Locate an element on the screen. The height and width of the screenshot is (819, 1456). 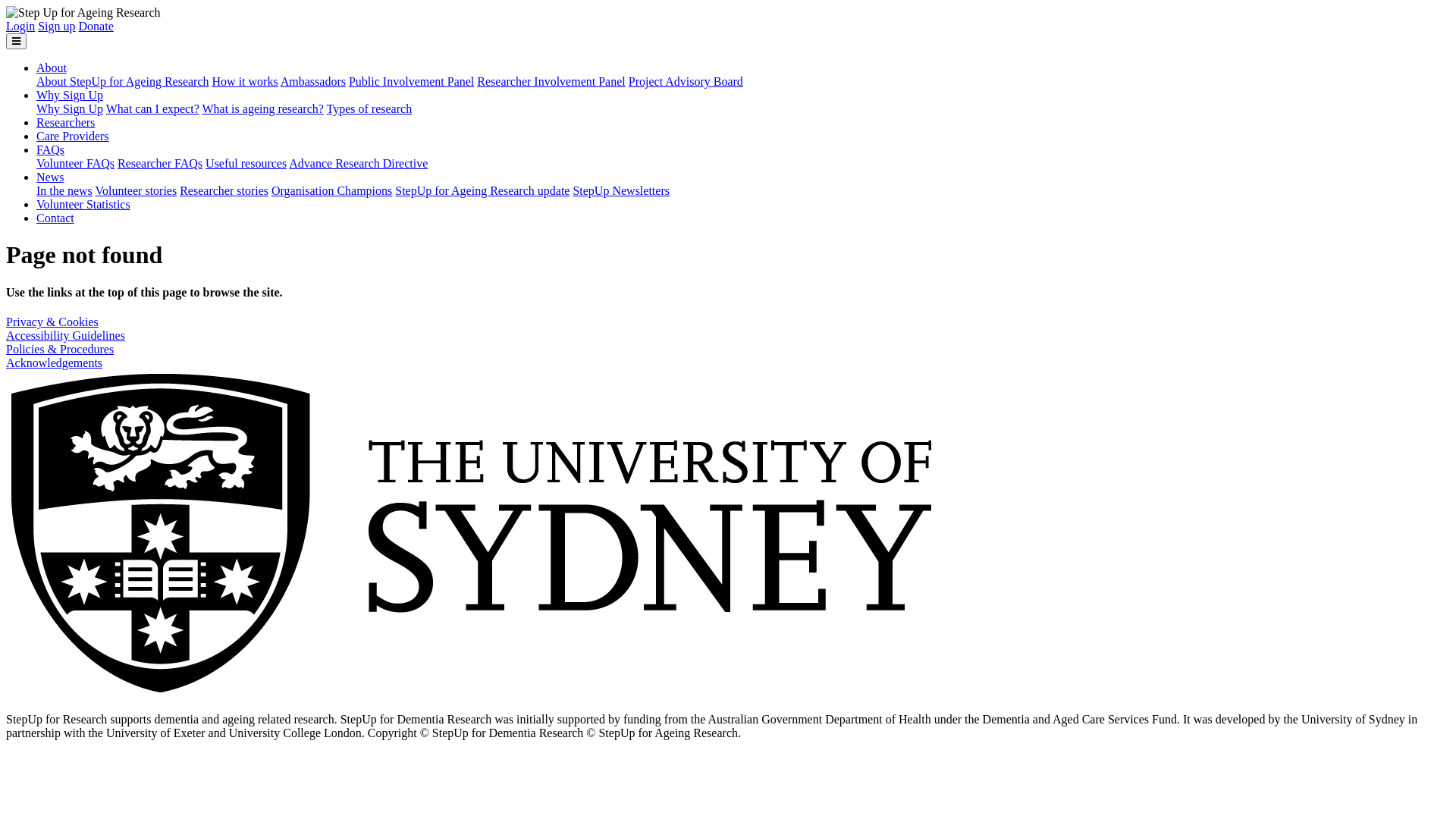
'What is ageing research?' is located at coordinates (262, 108).